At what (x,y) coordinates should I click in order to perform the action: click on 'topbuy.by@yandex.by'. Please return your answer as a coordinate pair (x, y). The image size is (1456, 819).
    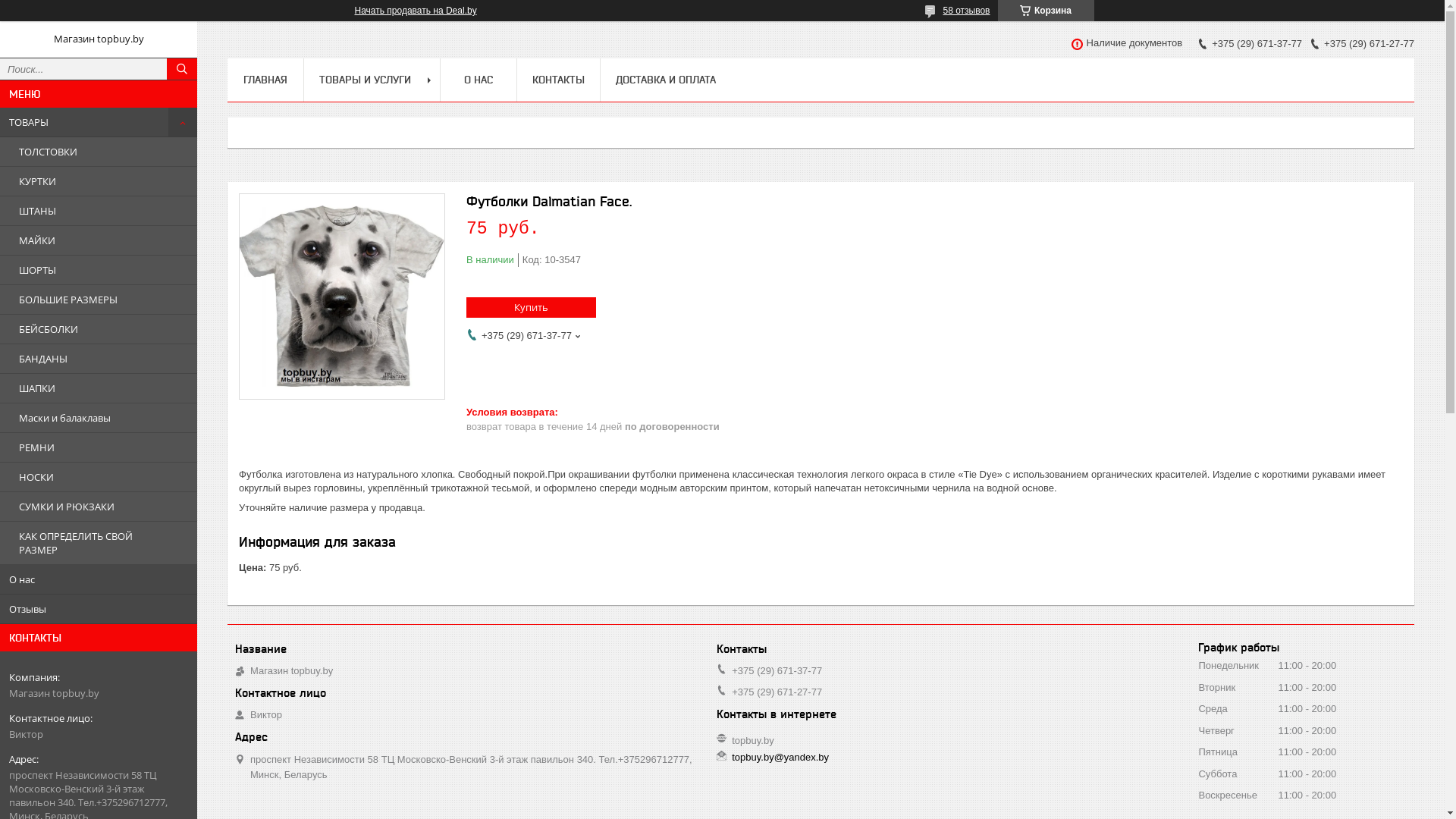
    Looking at the image, I should click on (780, 758).